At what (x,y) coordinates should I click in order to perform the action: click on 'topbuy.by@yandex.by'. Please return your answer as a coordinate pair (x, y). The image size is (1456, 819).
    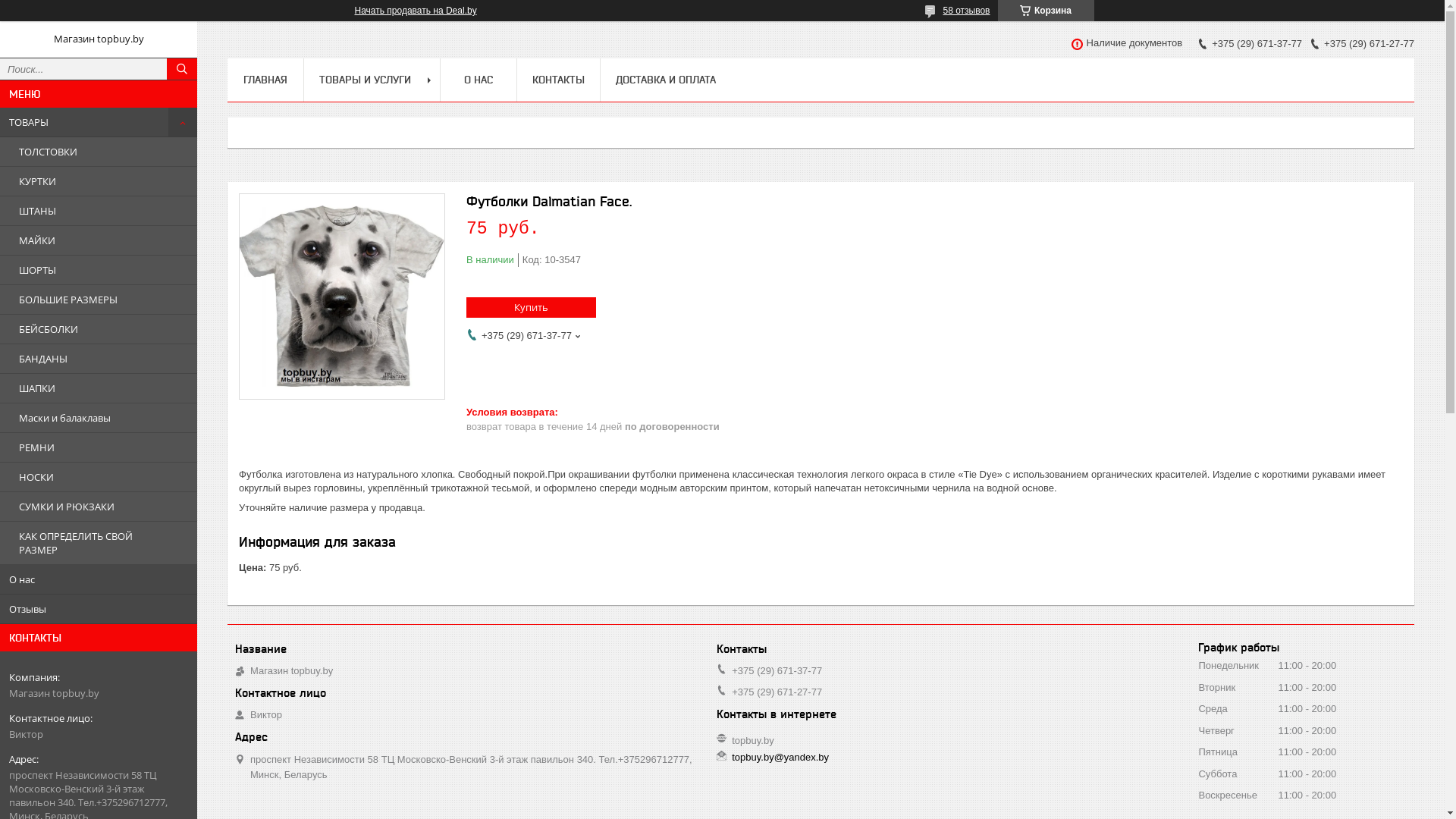
    Looking at the image, I should click on (780, 758).